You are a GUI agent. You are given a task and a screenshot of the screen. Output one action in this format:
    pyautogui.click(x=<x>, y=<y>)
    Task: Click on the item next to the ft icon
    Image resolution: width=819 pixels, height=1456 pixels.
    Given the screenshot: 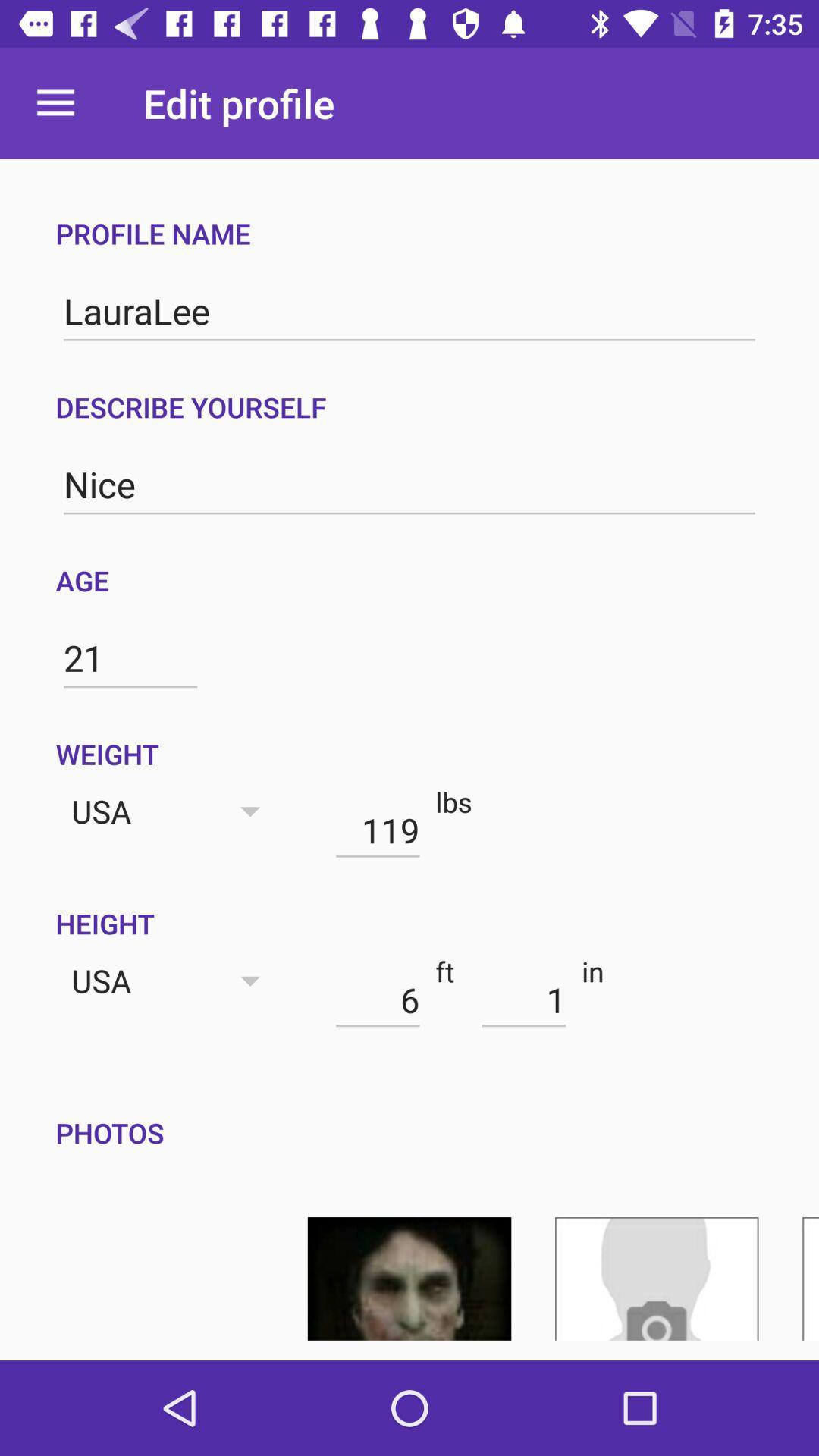 What is the action you would take?
    pyautogui.click(x=377, y=999)
    